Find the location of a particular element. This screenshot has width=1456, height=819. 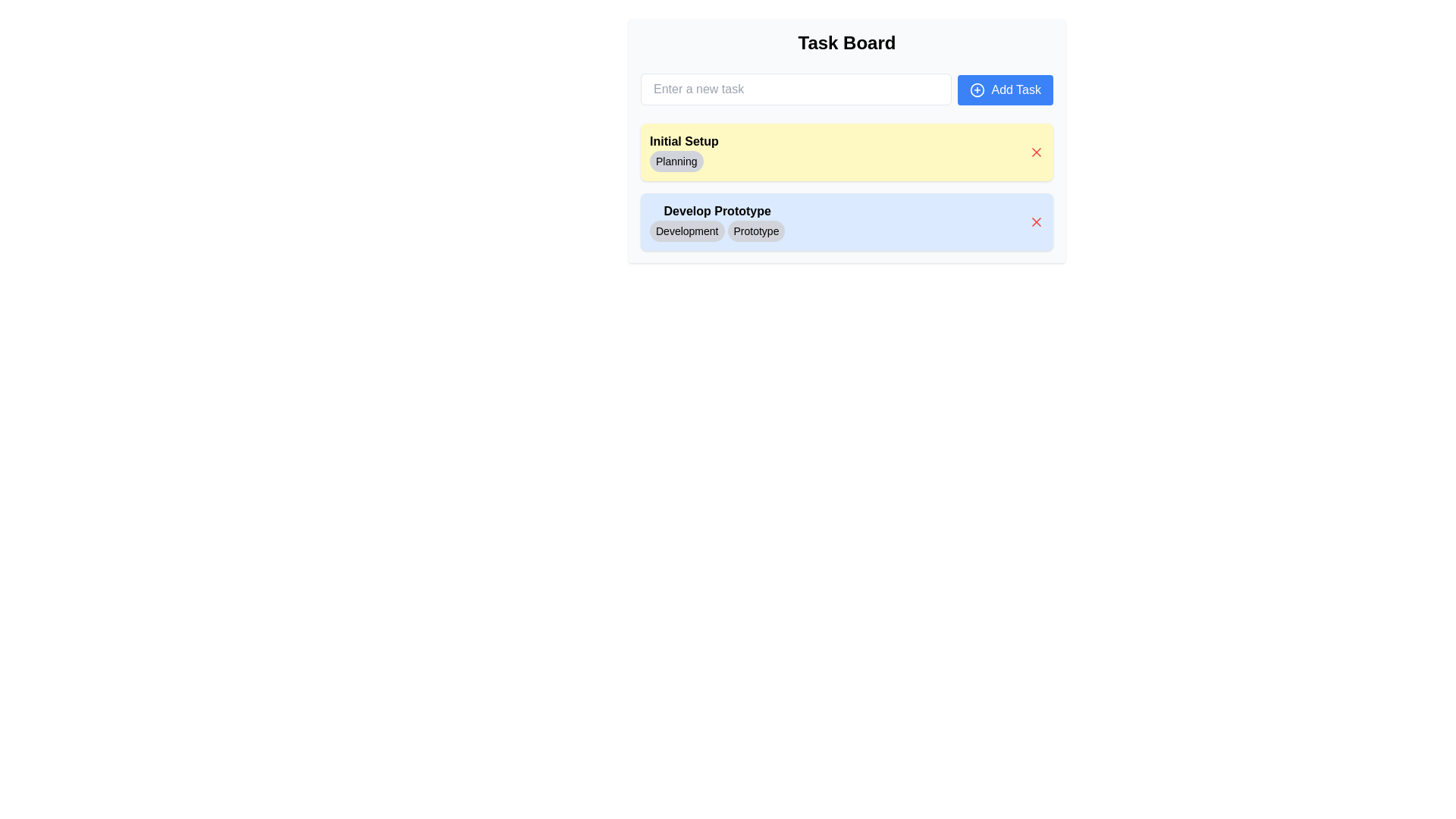

the circular icon with a plus sign located inside the 'Add Task' button is located at coordinates (977, 90).